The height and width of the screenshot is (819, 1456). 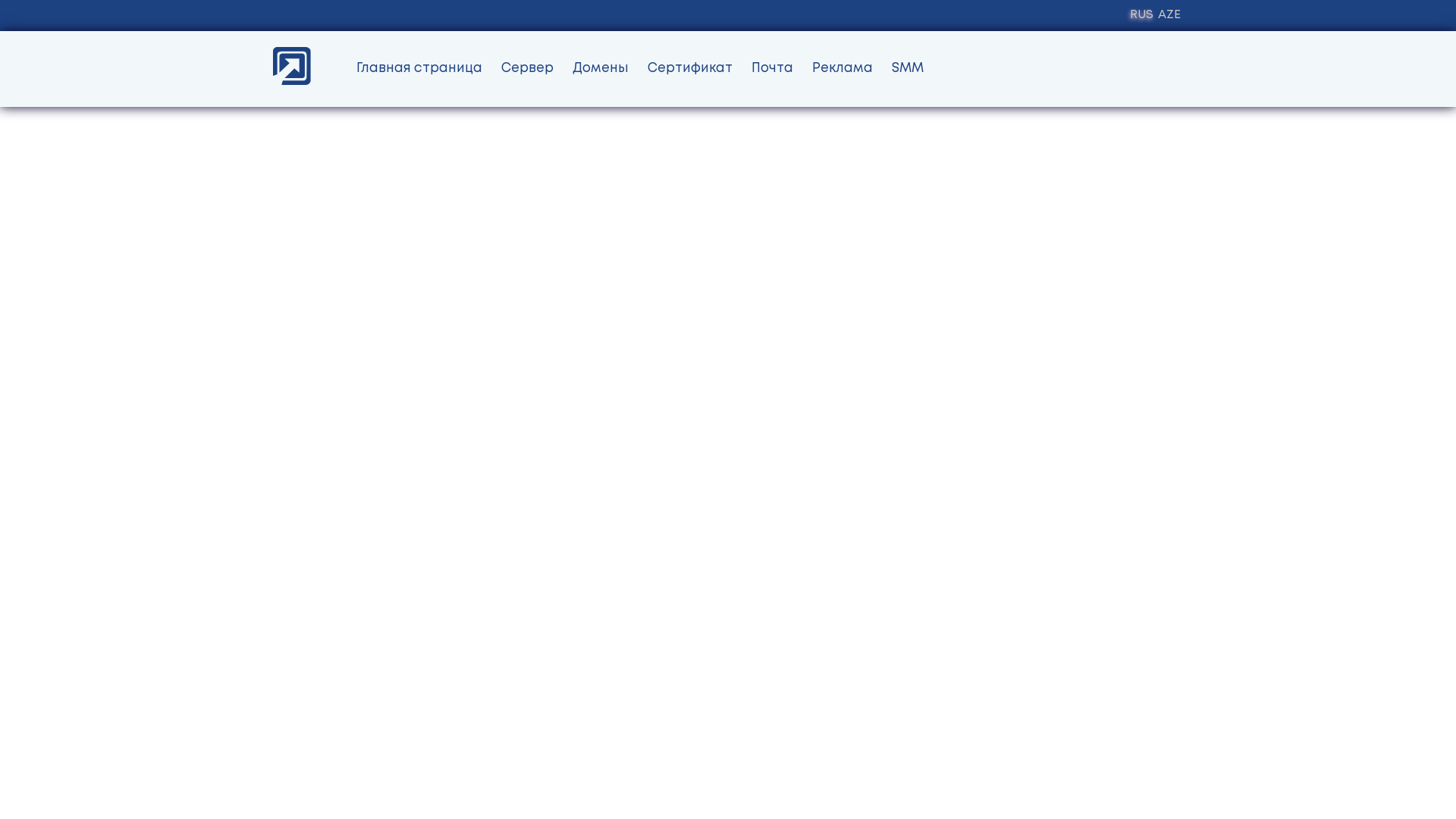 What do you see at coordinates (1168, 14) in the screenshot?
I see `'AZE'` at bounding box center [1168, 14].